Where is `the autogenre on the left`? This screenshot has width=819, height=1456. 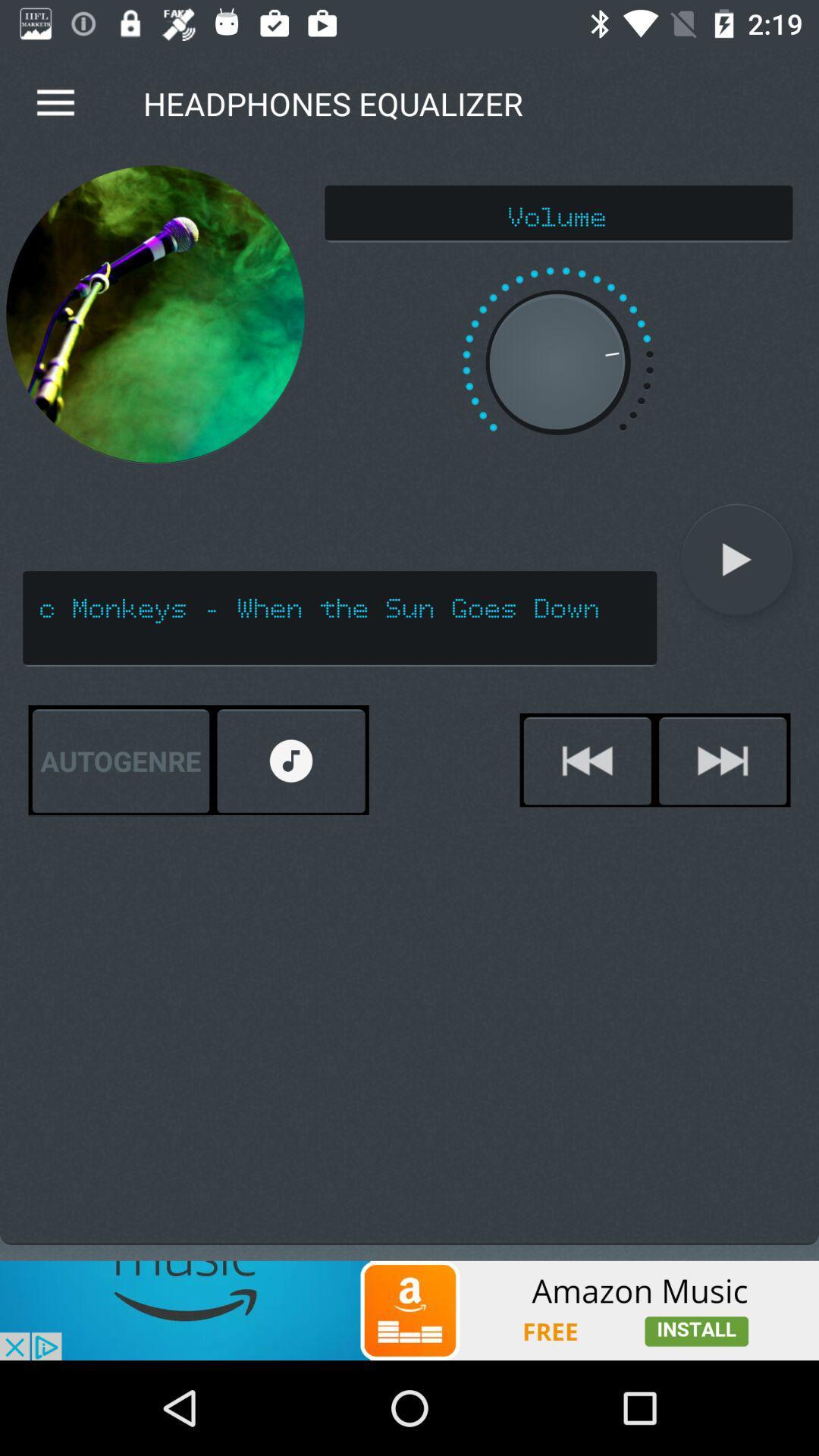 the autogenre on the left is located at coordinates (120, 761).